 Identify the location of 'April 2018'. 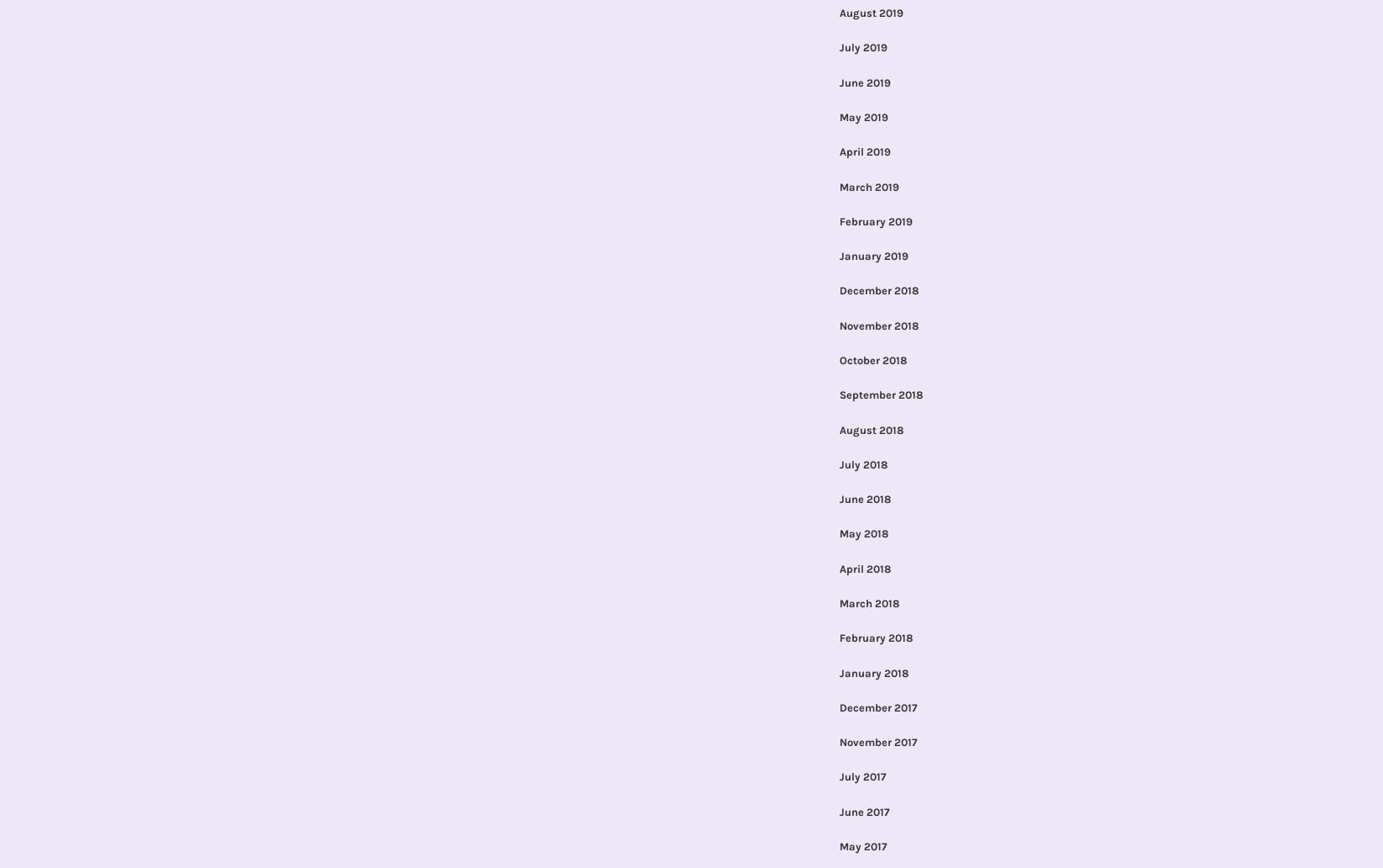
(863, 567).